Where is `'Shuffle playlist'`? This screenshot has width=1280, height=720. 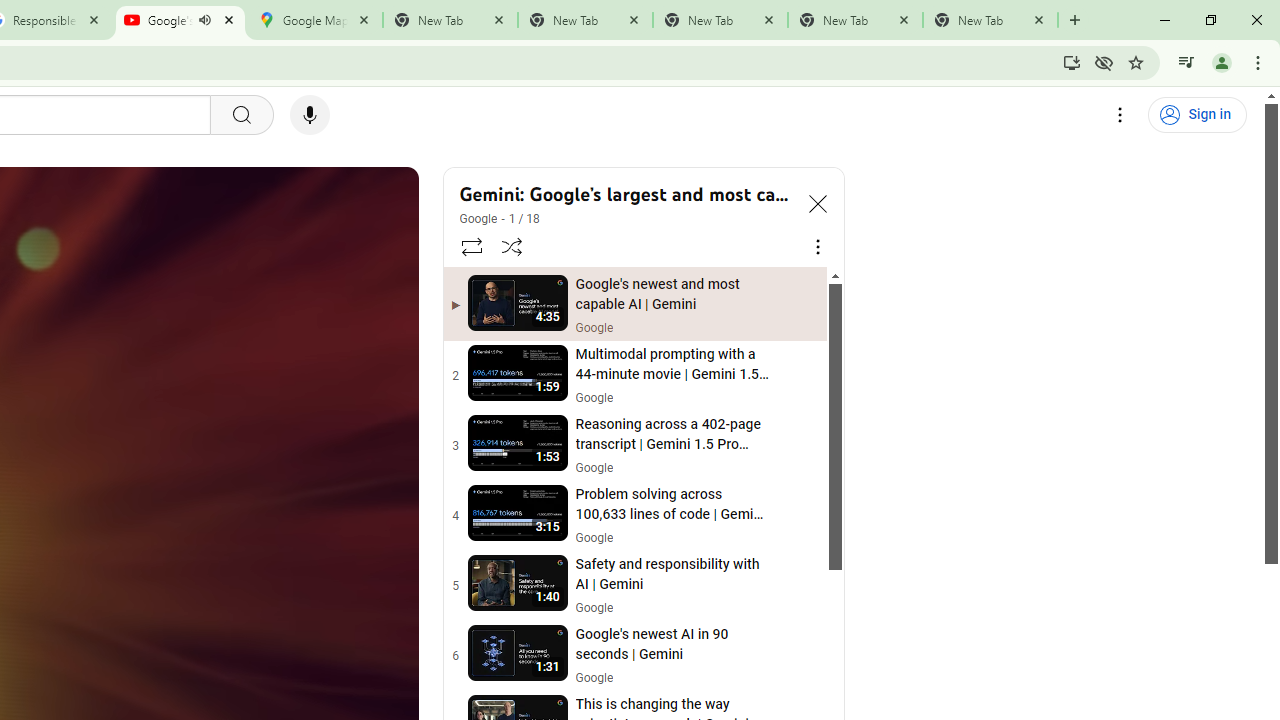
'Shuffle playlist' is located at coordinates (512, 245).